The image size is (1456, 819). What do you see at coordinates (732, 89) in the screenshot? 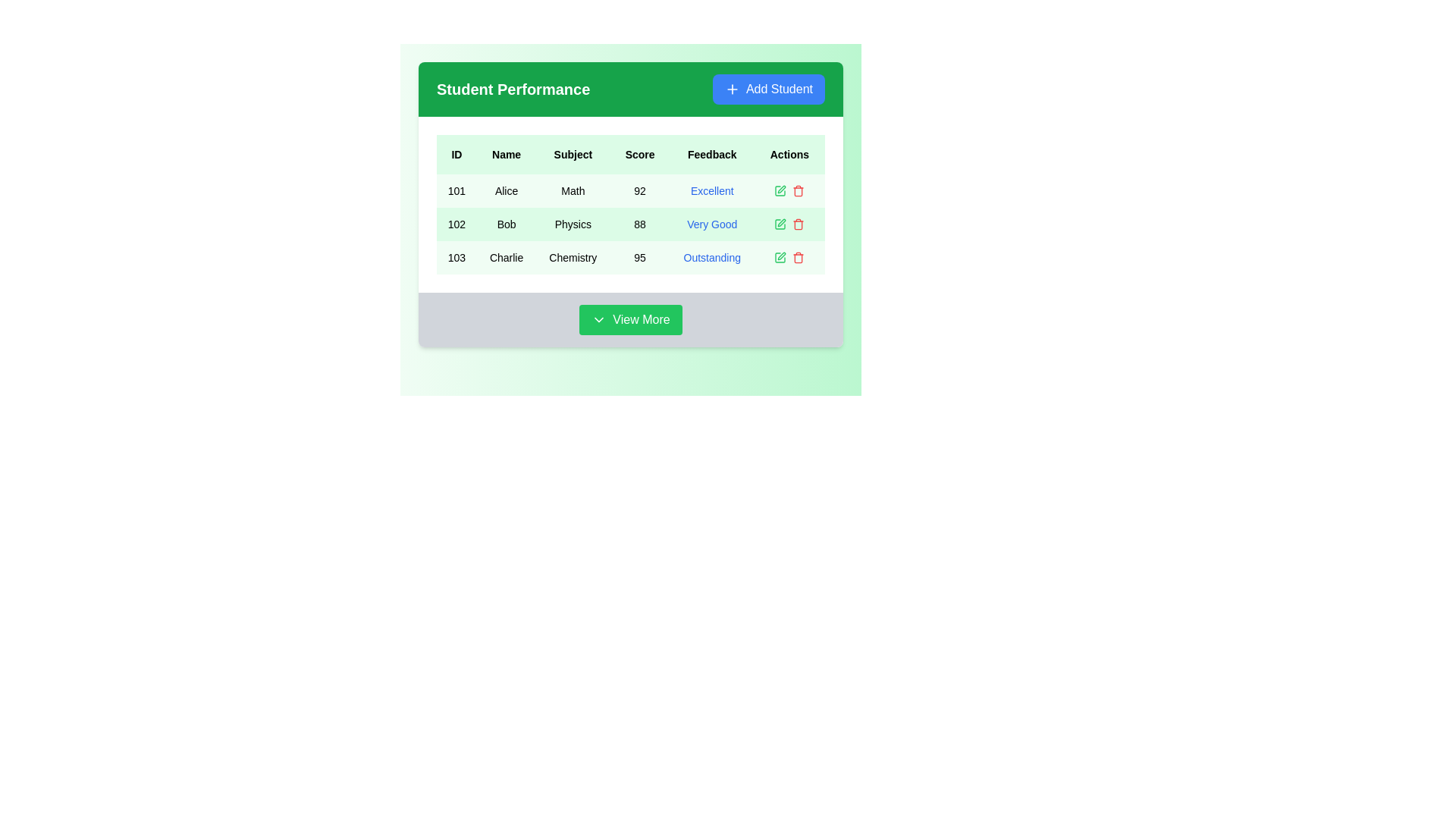
I see `the '+' icon inside the blue 'Add Student' button located at the top-right corner of the 'Student Performance' section` at bounding box center [732, 89].